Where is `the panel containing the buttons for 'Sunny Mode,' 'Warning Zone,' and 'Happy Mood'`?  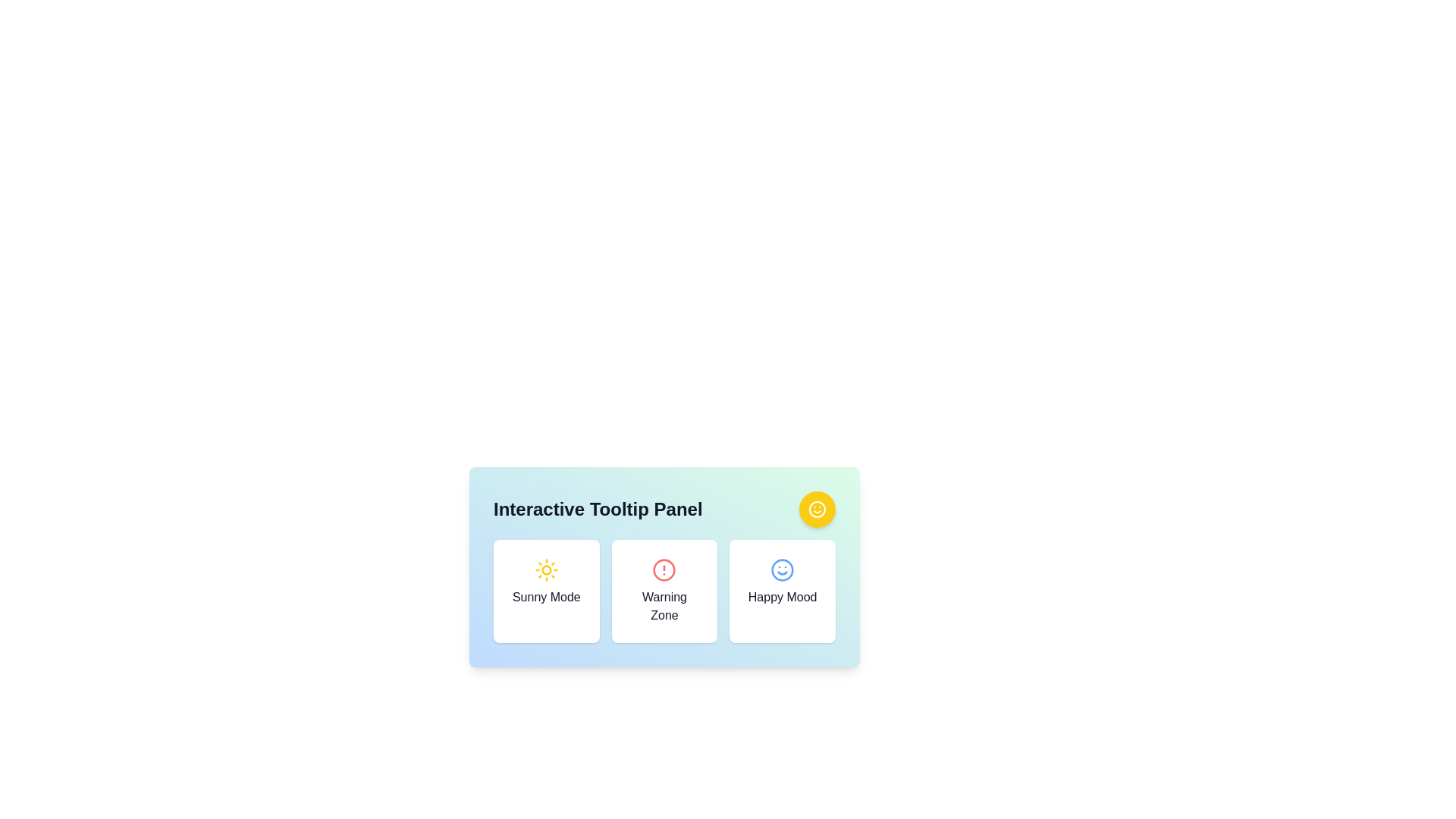
the panel containing the buttons for 'Sunny Mode,' 'Warning Zone,' and 'Happy Mood' is located at coordinates (664, 567).